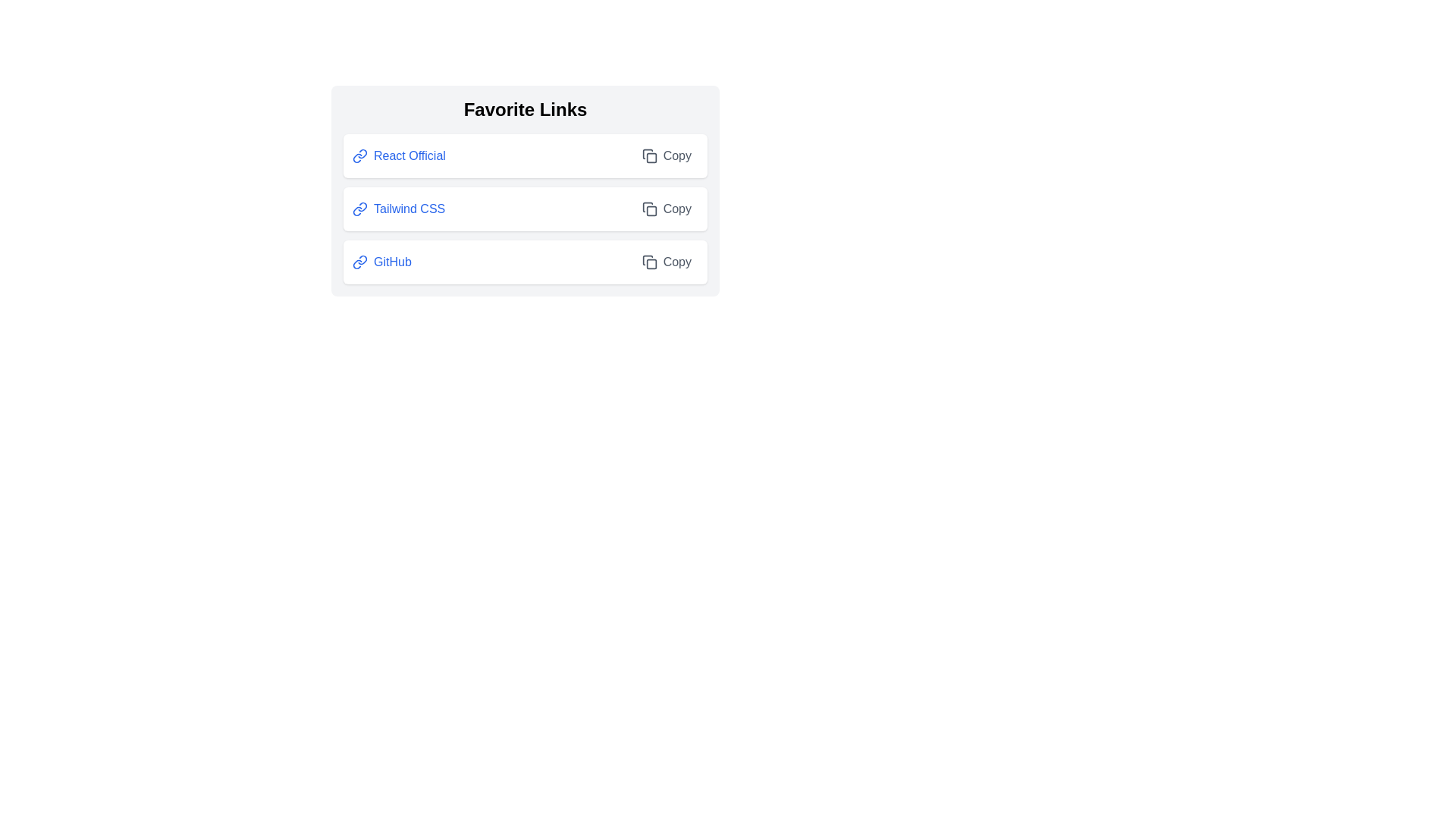 The width and height of the screenshot is (1456, 819). What do you see at coordinates (667, 262) in the screenshot?
I see `the copy button located to the right of the 'GitHub' text in the 'Favorite Links' section to copy the associated text or URL` at bounding box center [667, 262].